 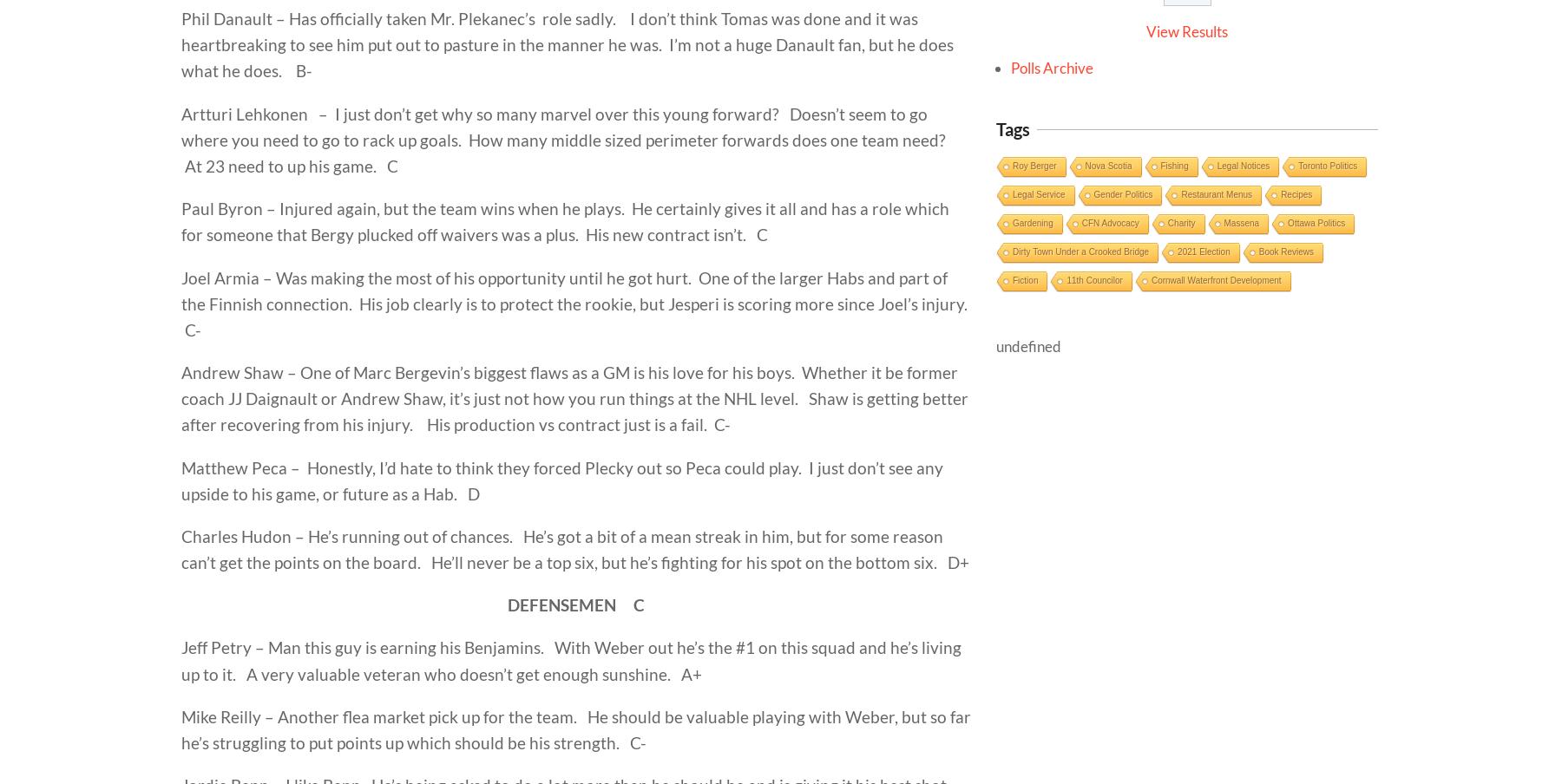 I want to click on 'Cornwall Waterfront Development', so click(x=1214, y=280).